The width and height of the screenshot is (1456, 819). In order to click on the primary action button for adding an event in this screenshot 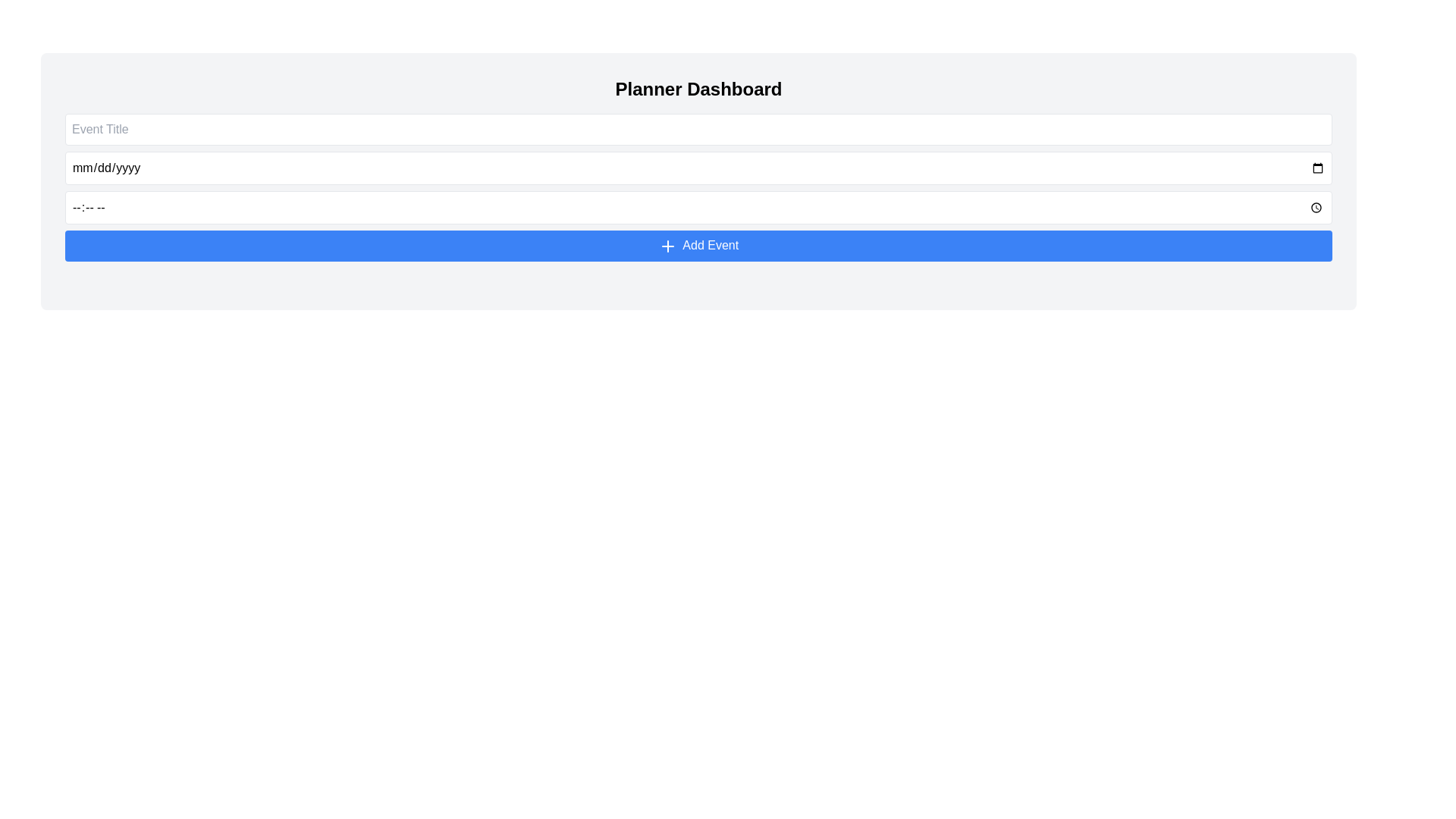, I will do `click(698, 245)`.